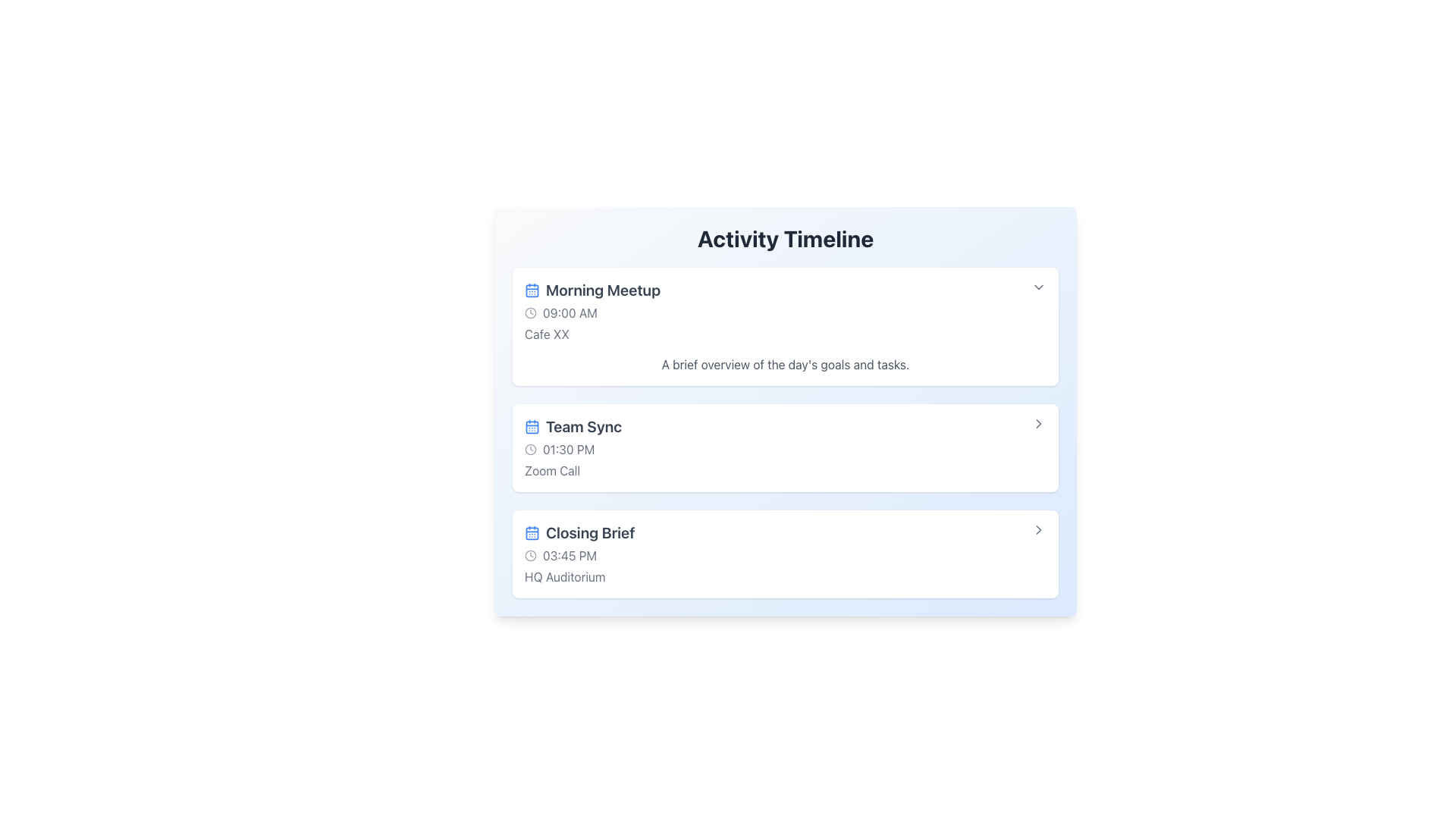  I want to click on the 'Morning Meetup' text label which is prominently styled in black and accompanied by a blue calendar icon, located at the top-left corner of a content card within the timeline interface, so click(591, 290).